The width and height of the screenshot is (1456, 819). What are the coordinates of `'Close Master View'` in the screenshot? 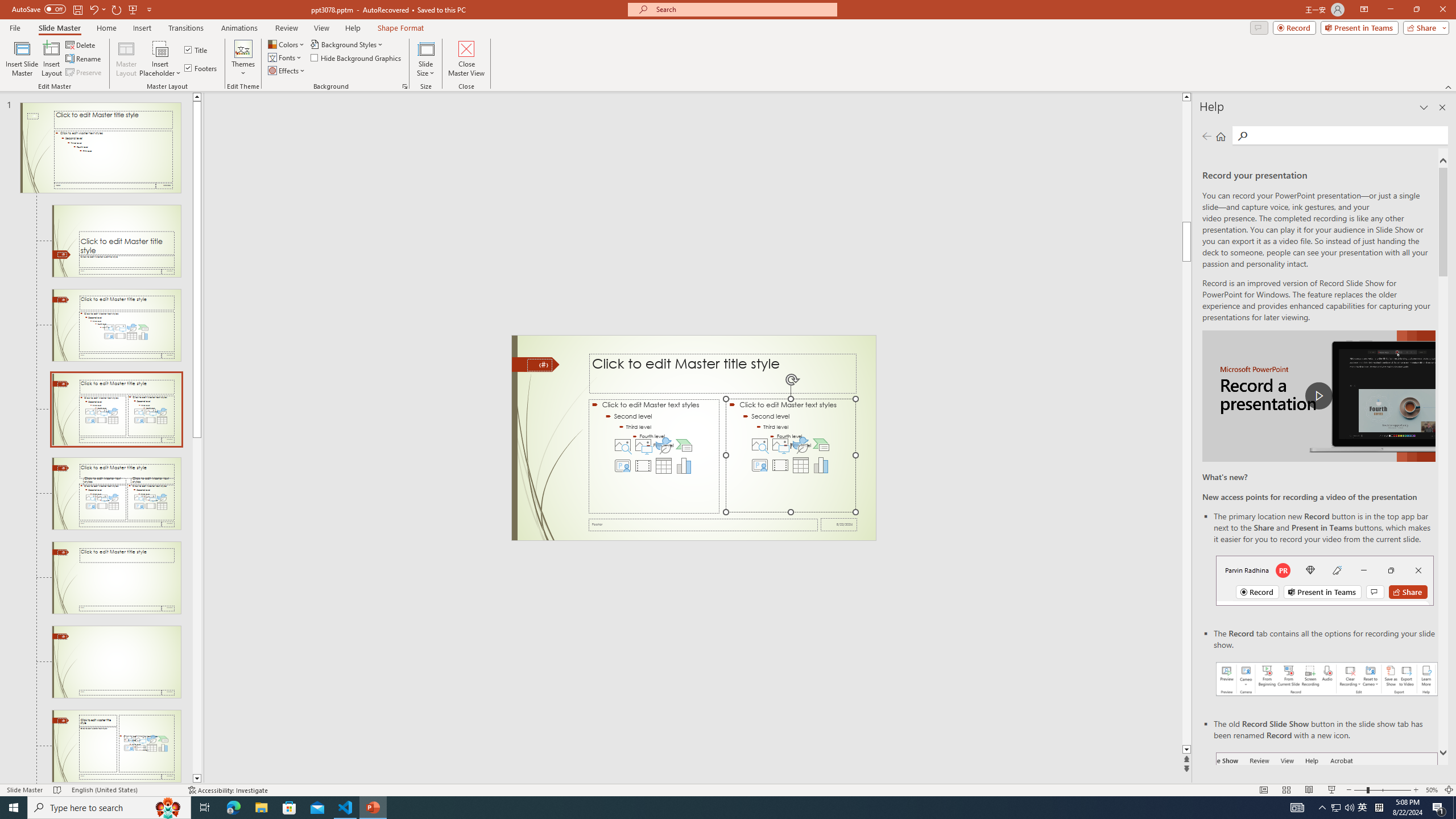 It's located at (466, 59).